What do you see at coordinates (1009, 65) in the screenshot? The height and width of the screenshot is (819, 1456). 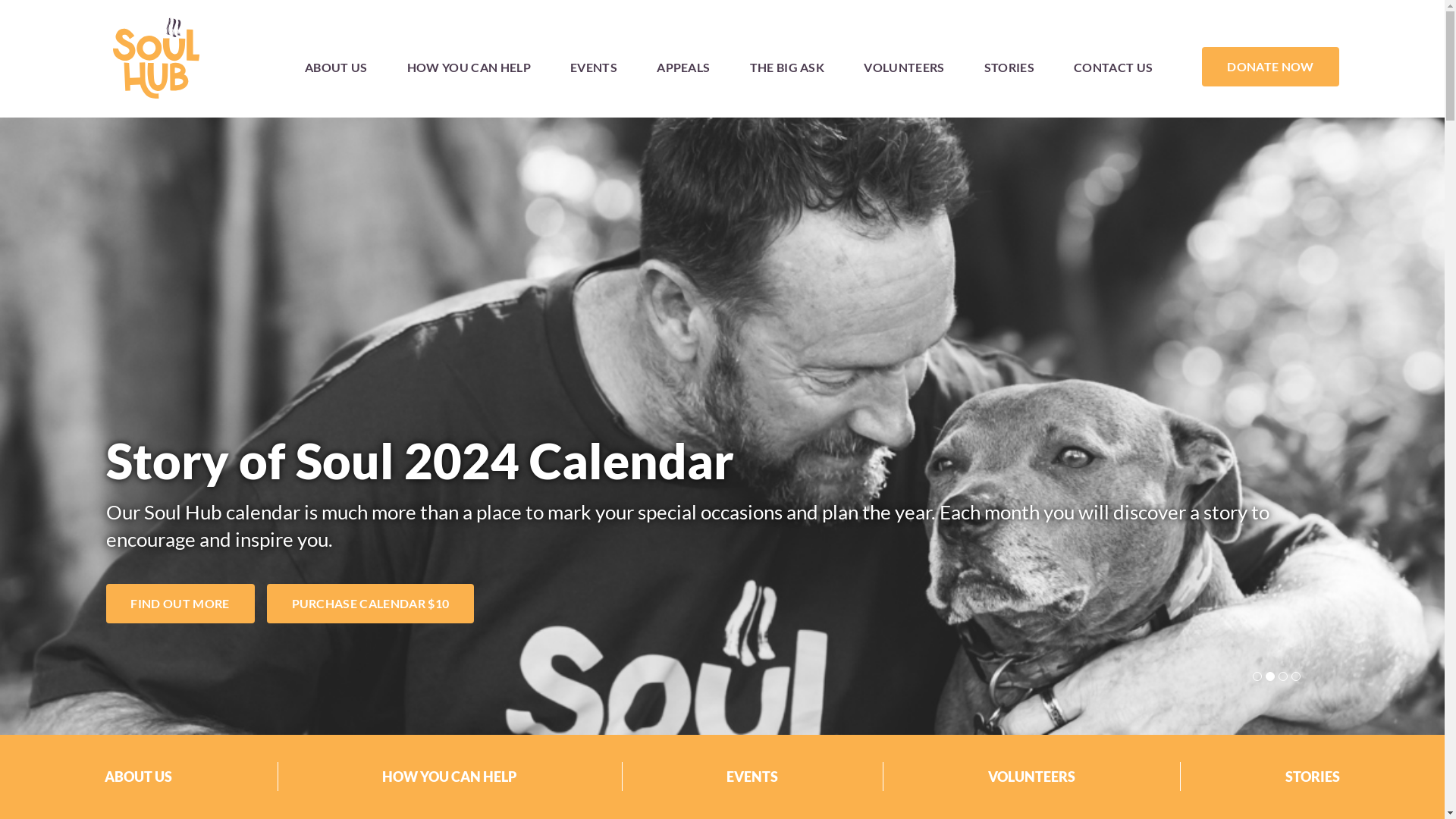 I see `'STORIES'` at bounding box center [1009, 65].